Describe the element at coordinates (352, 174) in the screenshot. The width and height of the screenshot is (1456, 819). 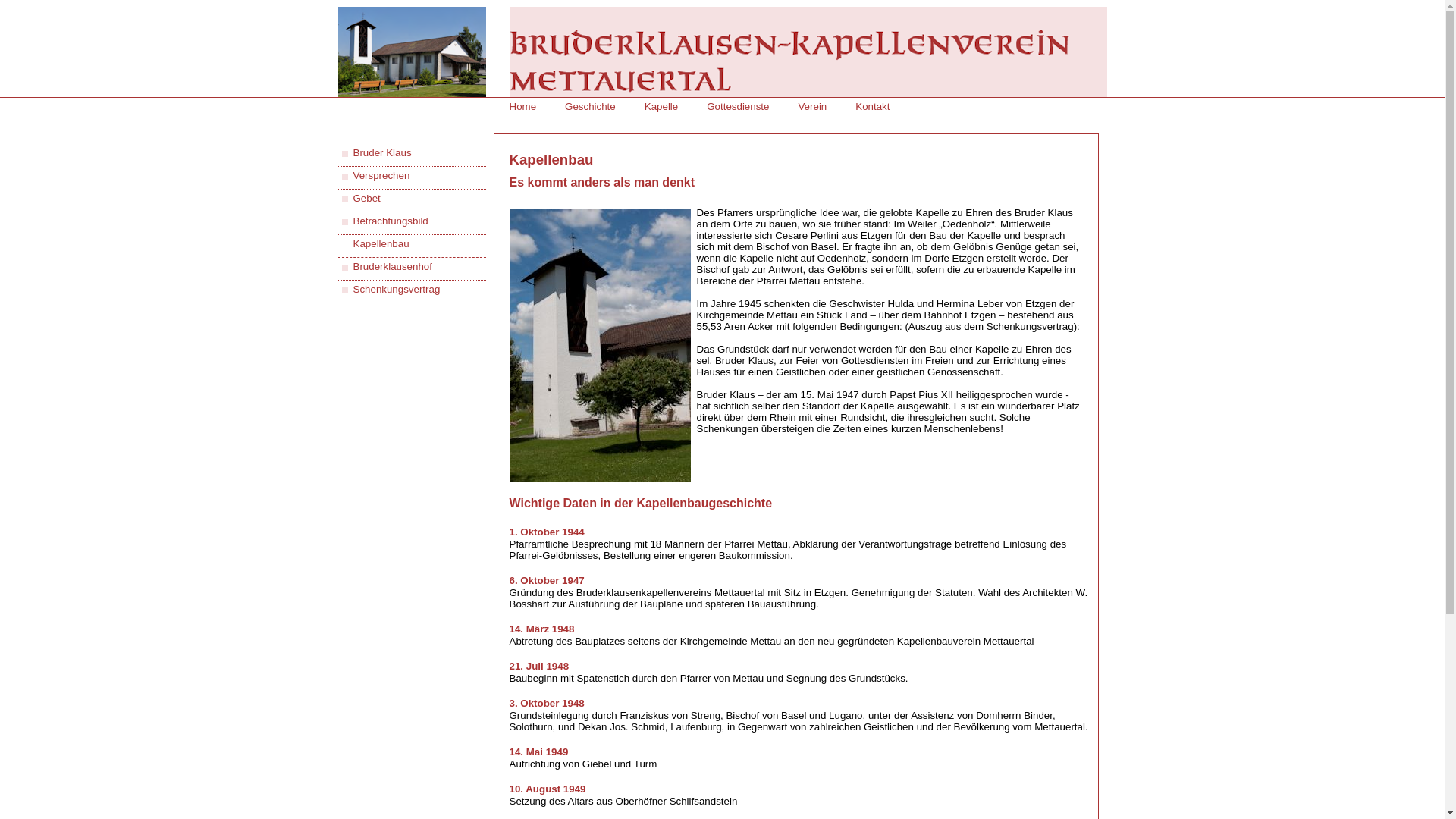
I see `'Versprechen'` at that location.